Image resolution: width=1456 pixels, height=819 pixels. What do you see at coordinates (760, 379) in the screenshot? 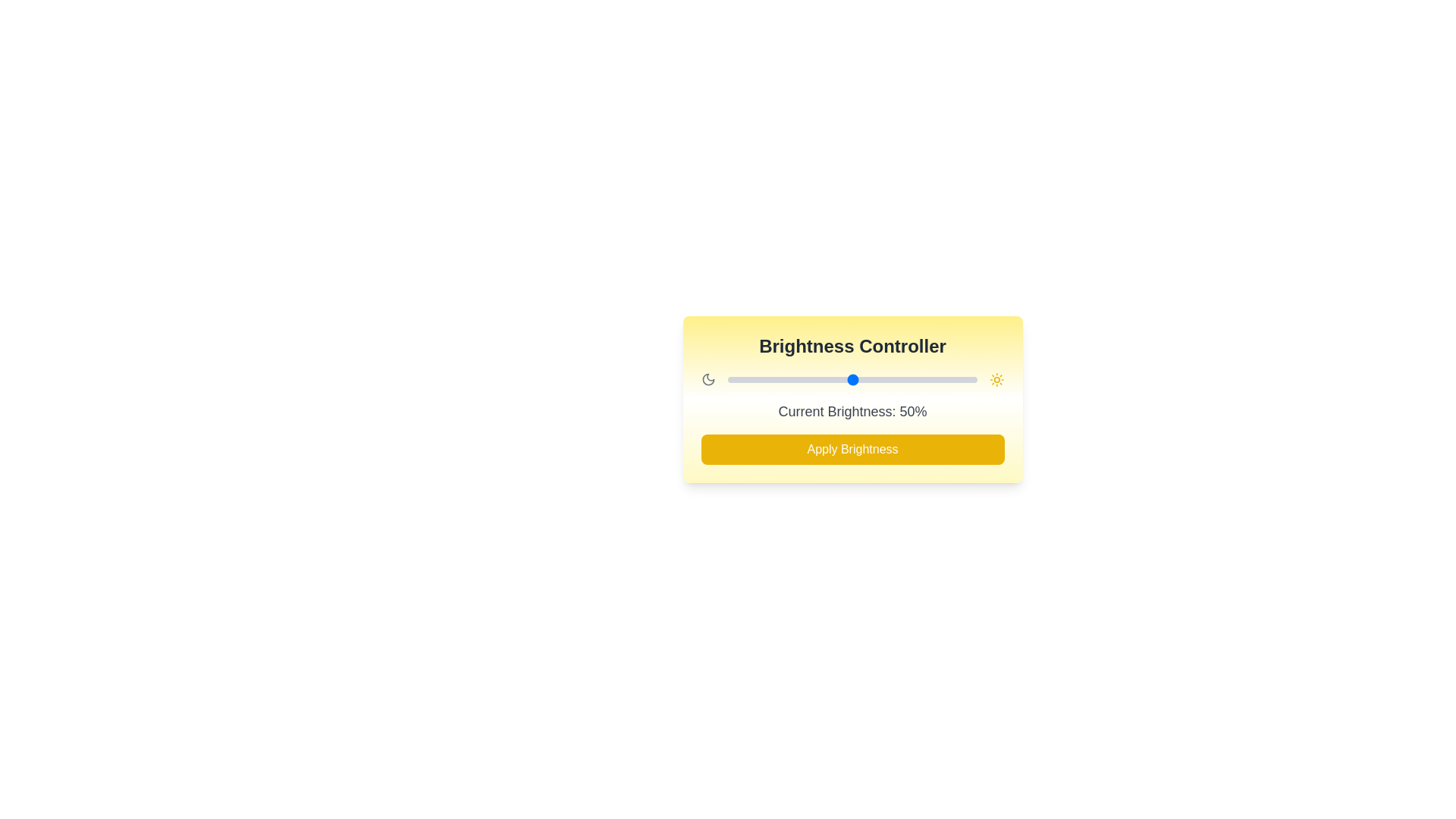
I see `the brightness slider to 13%` at bounding box center [760, 379].